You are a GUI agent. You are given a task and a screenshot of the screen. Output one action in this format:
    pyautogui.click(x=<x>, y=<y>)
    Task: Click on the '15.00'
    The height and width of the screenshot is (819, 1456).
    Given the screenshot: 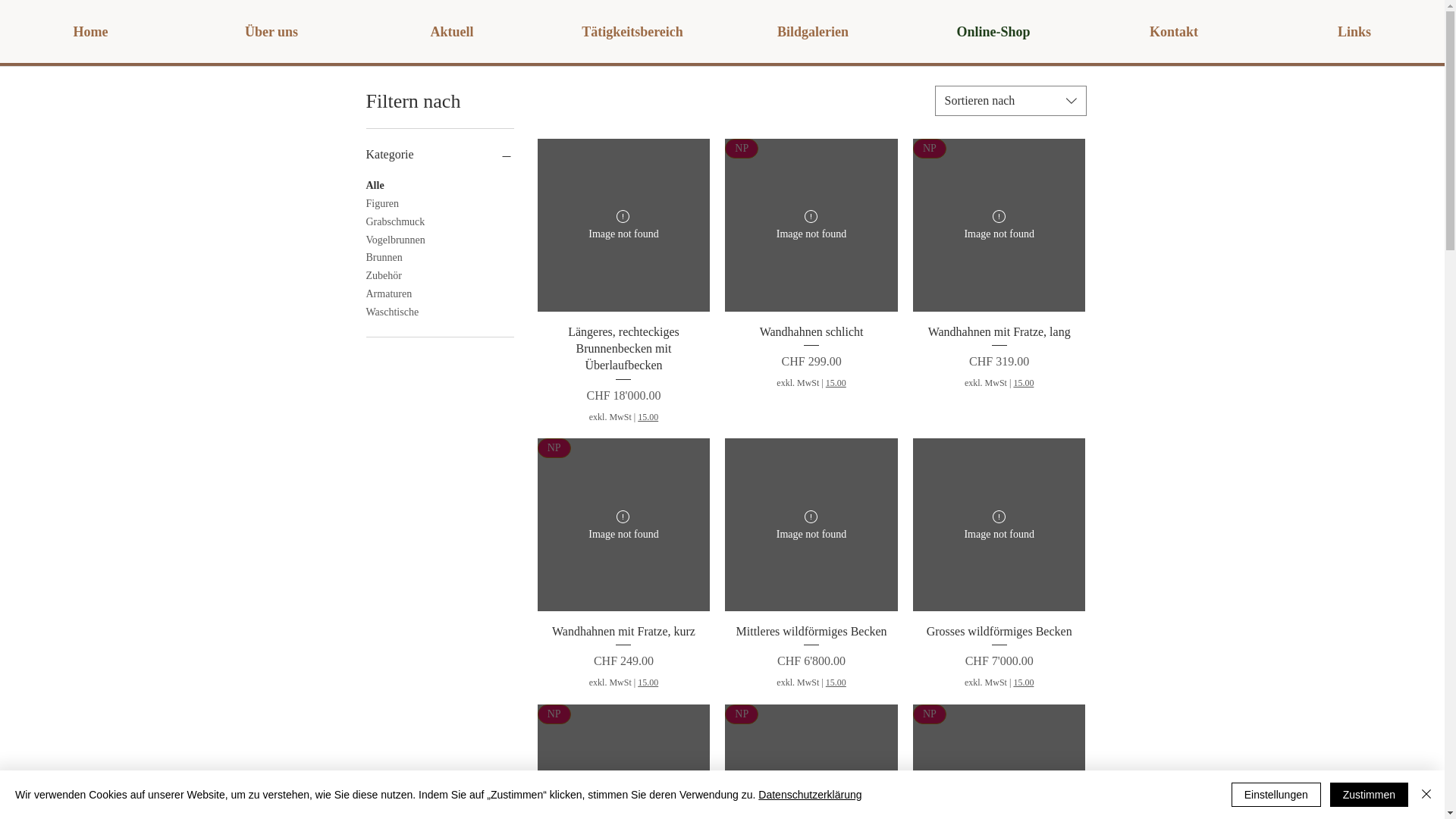 What is the action you would take?
    pyautogui.click(x=835, y=682)
    